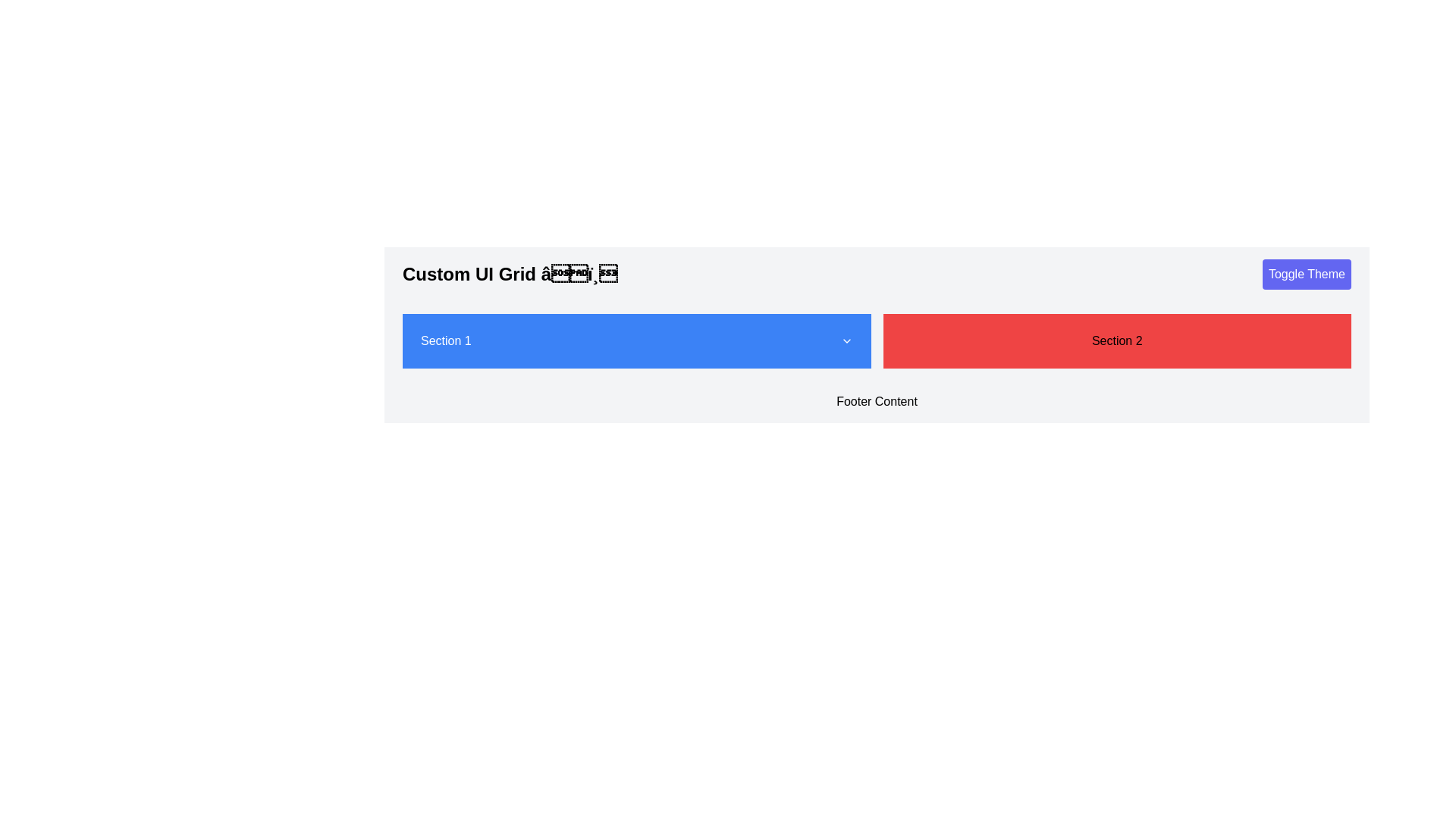 Image resolution: width=1456 pixels, height=819 pixels. I want to click on the static text display header that contains the bold, large-heading text 'Custom UI Grid' followed by a sun symbol (☀️), located in the header section, so click(510, 275).